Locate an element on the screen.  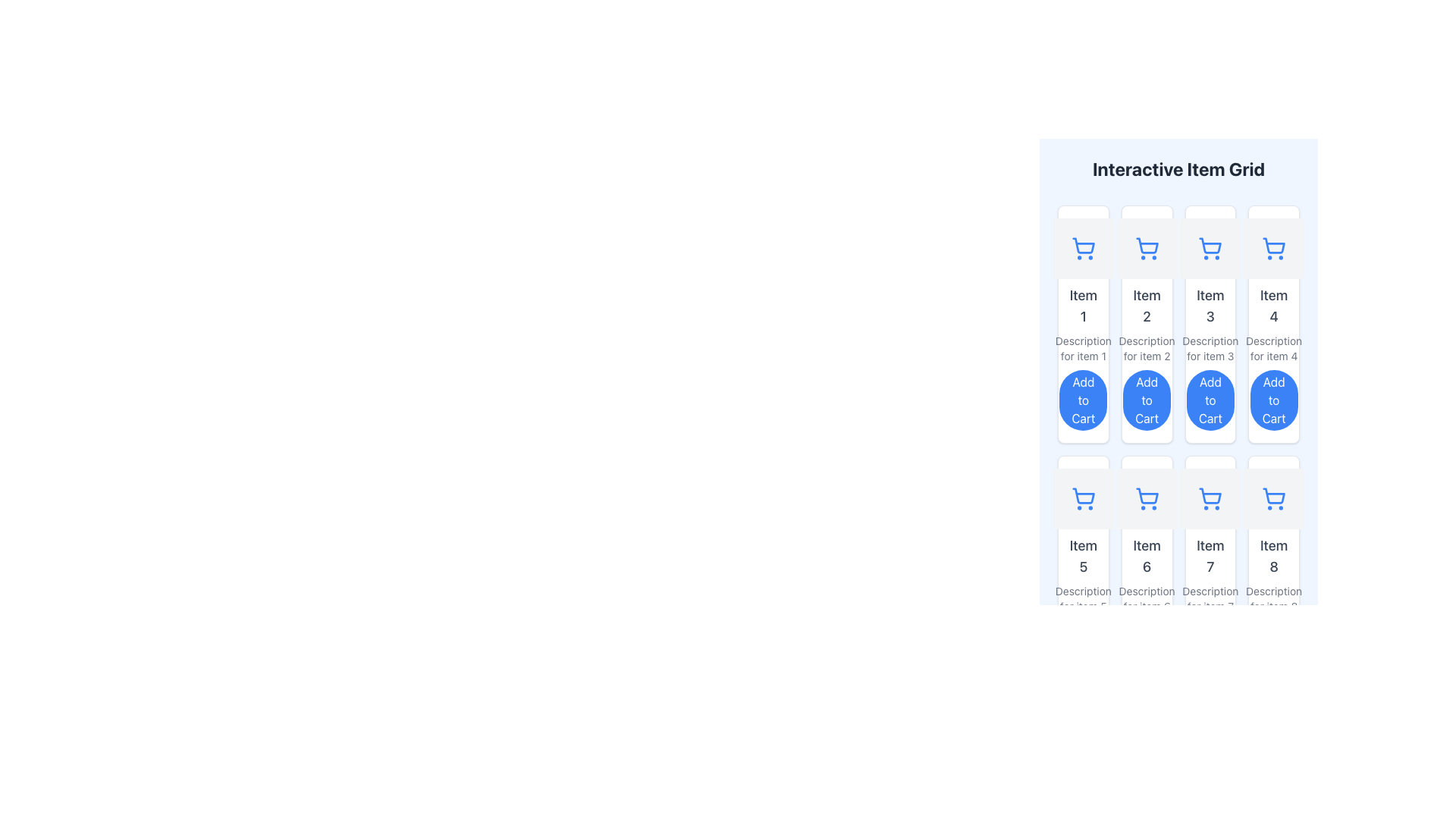
the text label that reads 'Description for item 1', which is styled in a small-sized, light gray font and positioned below the header 'Item 1' and above the 'Add to Cart' button is located at coordinates (1082, 348).